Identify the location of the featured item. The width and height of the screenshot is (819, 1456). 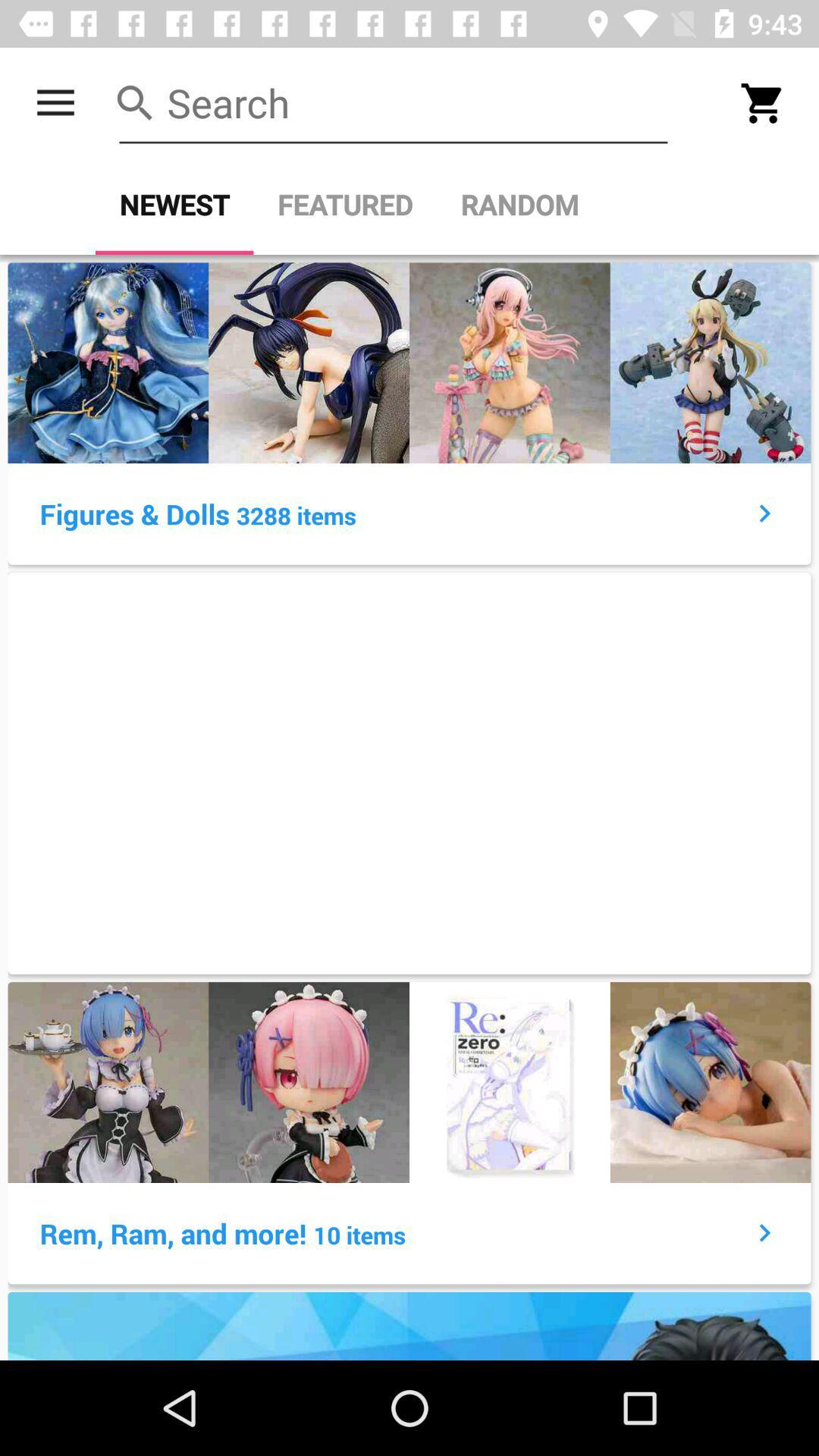
(345, 204).